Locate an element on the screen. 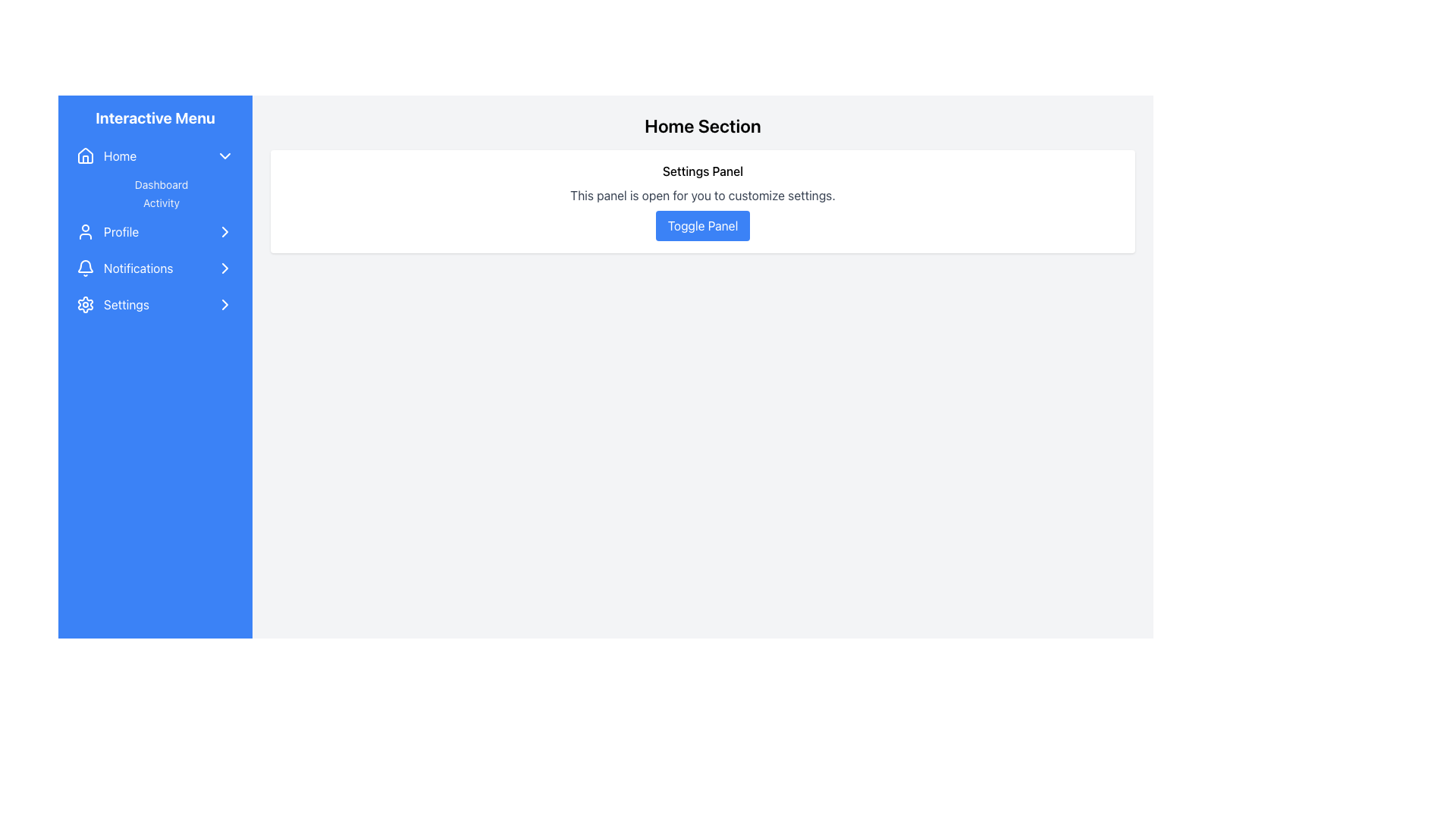 Image resolution: width=1456 pixels, height=819 pixels. the first interactive Dropdown Menu Item in the sidebar is located at coordinates (155, 155).